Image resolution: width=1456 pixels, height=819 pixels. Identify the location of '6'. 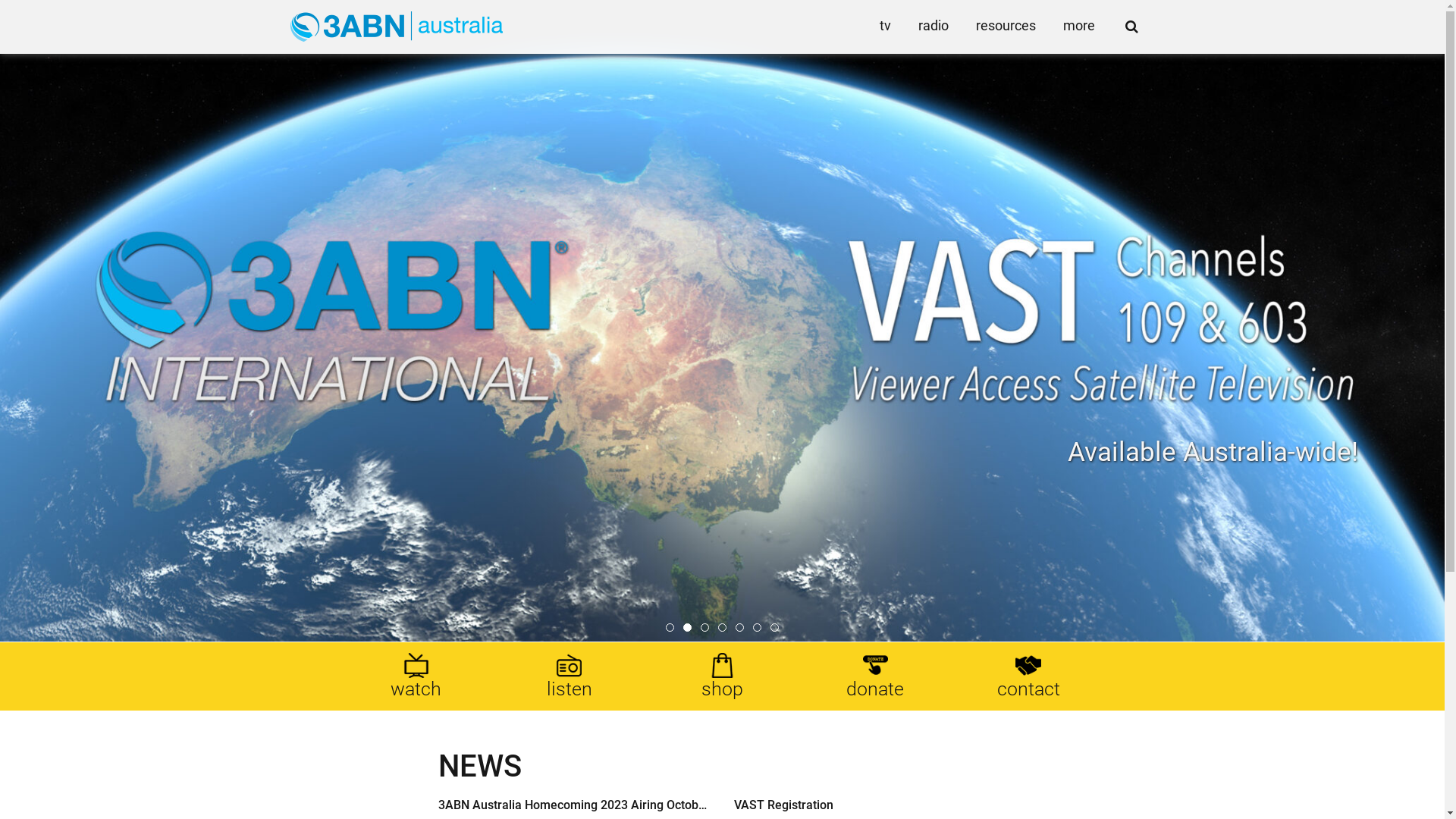
(757, 627).